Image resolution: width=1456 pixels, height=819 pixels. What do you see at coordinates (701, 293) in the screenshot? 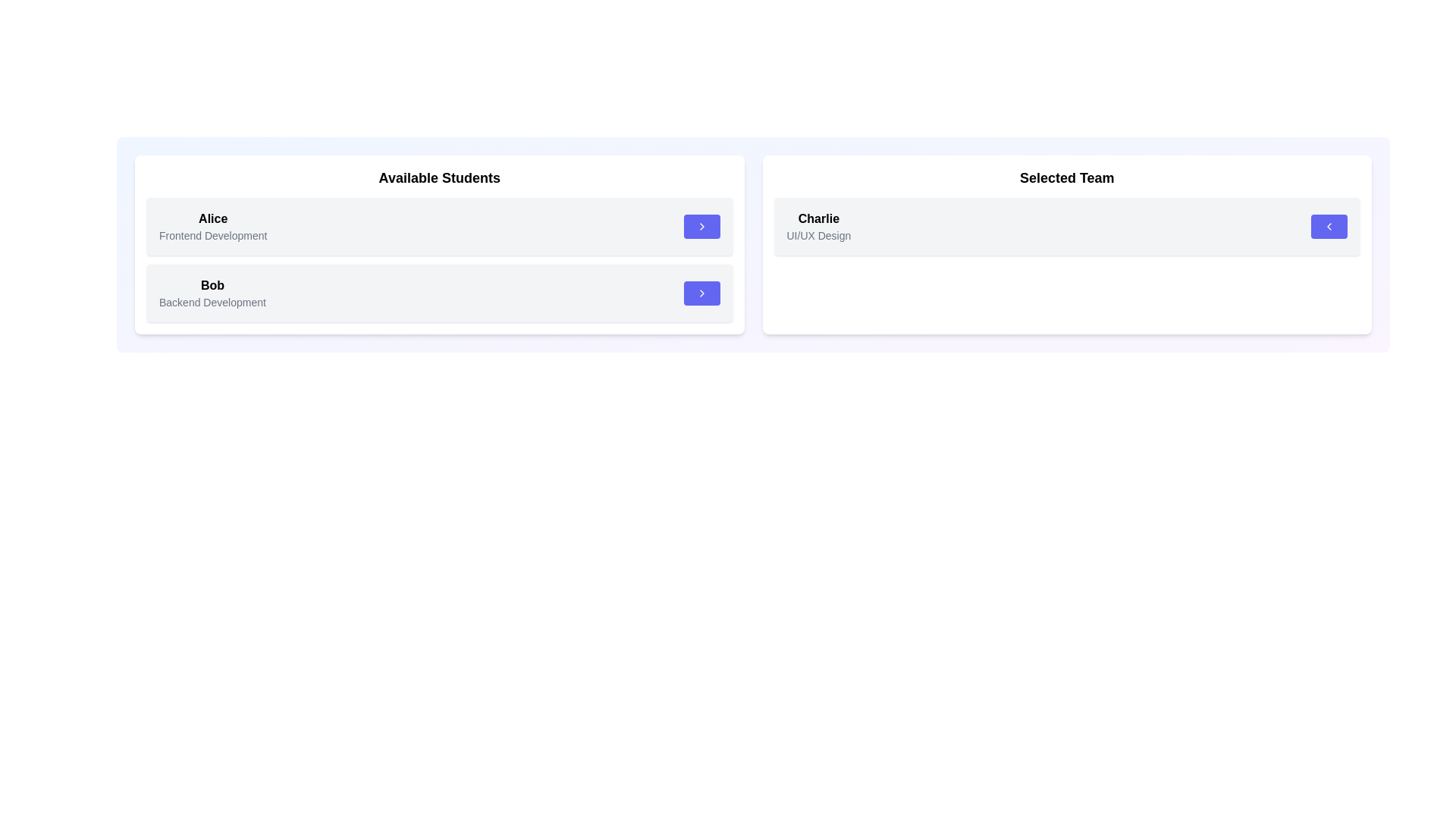
I see `arrow button next to the student Bob in the 'Available Students' list to transfer them to the 'Selected Team'` at bounding box center [701, 293].